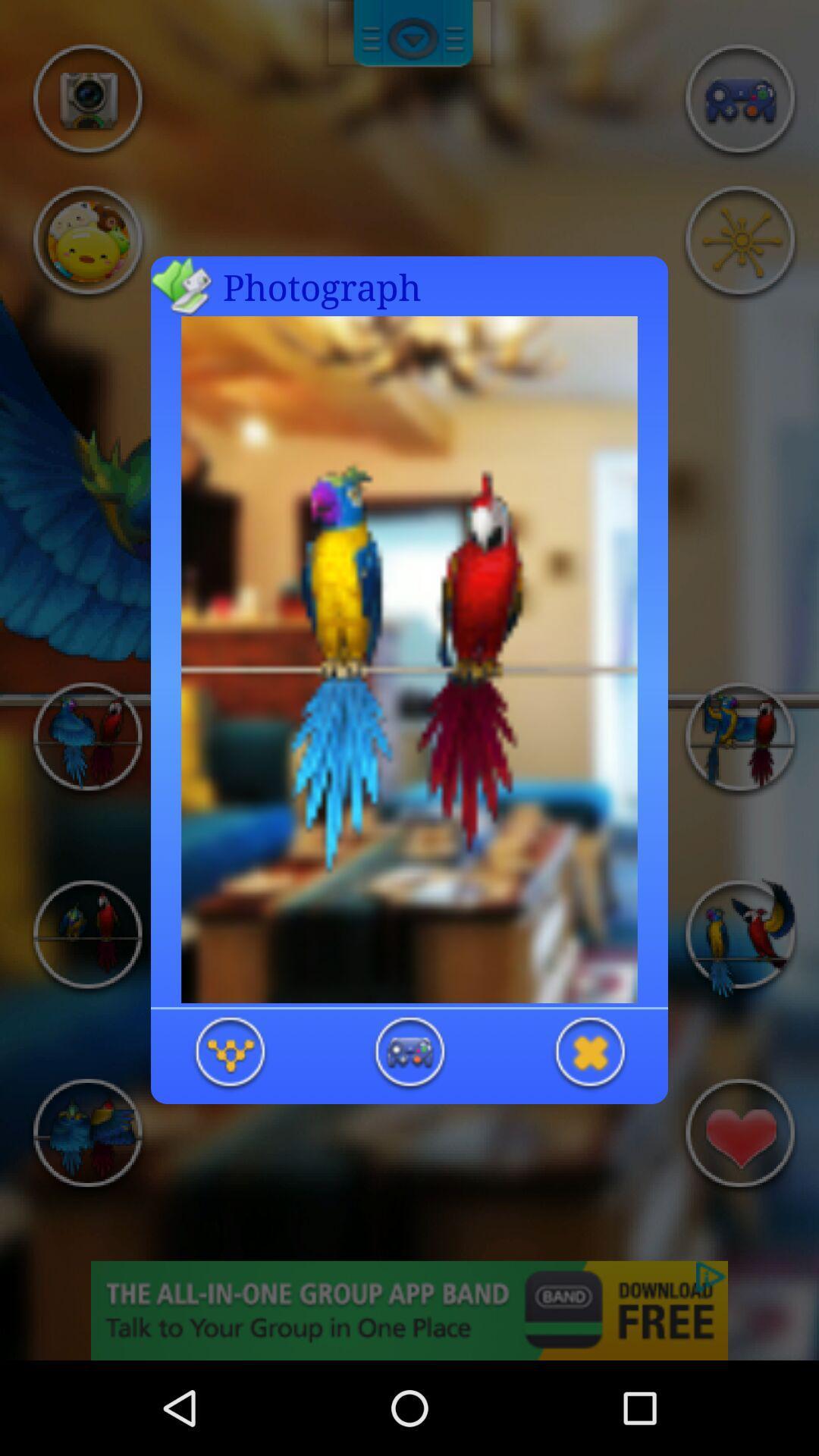  I want to click on exit, so click(588, 1053).